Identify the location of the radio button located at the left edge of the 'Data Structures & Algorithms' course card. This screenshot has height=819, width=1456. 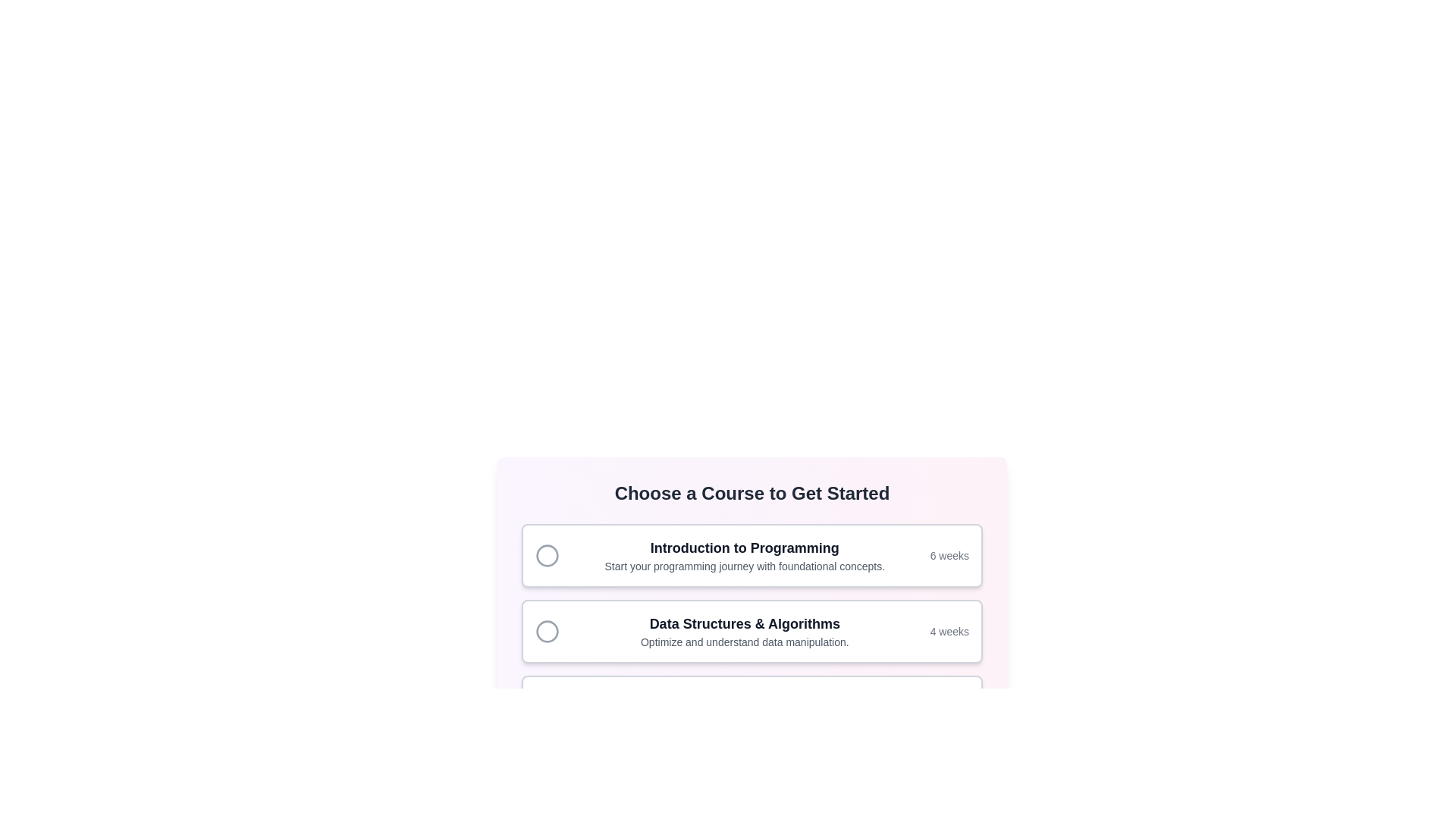
(546, 632).